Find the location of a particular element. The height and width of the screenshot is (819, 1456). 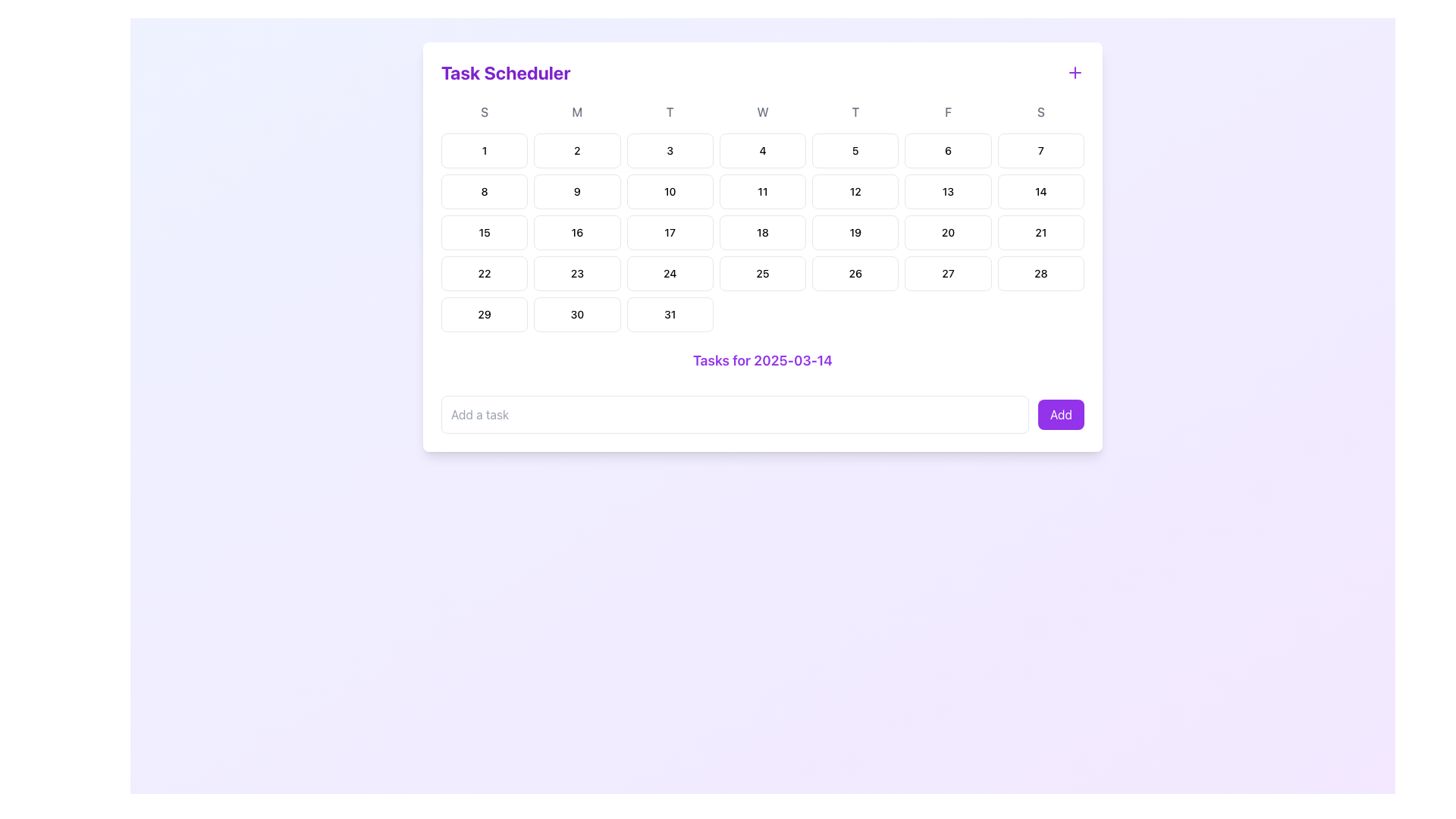

the selectable date button for the 20th in the calendar interface is located at coordinates (947, 233).